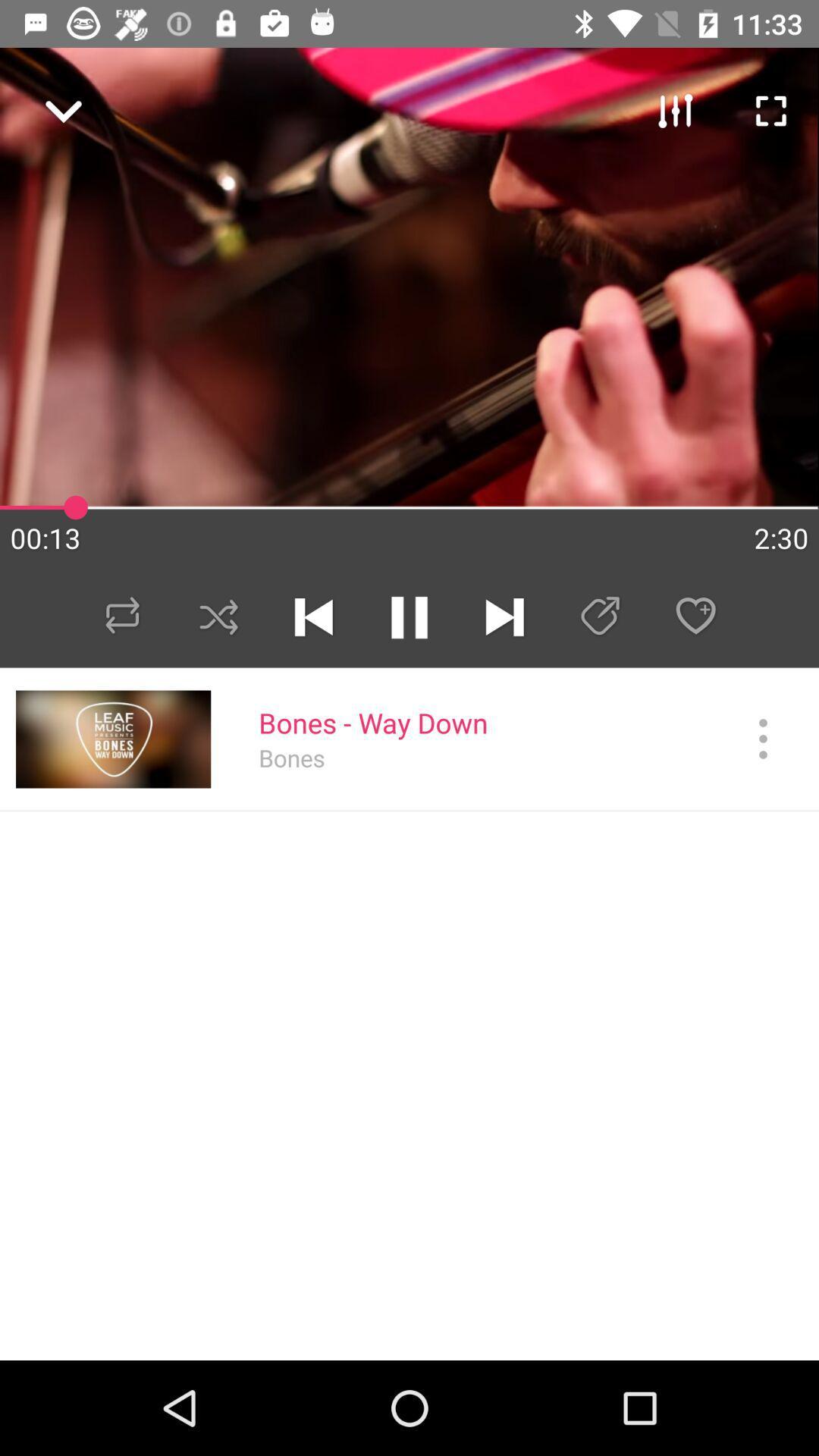  Describe the element at coordinates (763, 103) in the screenshot. I see `full screen in top right corner` at that location.